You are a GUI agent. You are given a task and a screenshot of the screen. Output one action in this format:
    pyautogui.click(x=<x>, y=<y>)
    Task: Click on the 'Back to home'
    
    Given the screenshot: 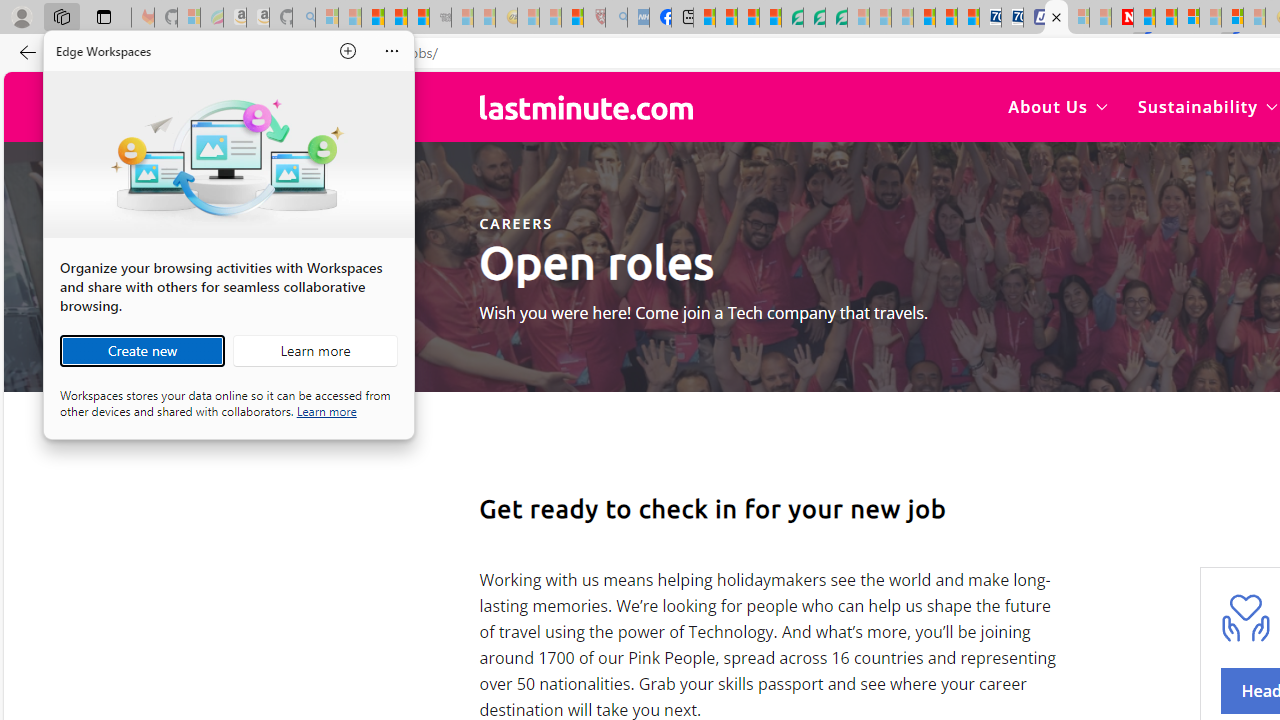 What is the action you would take?
    pyautogui.click(x=585, y=106)
    